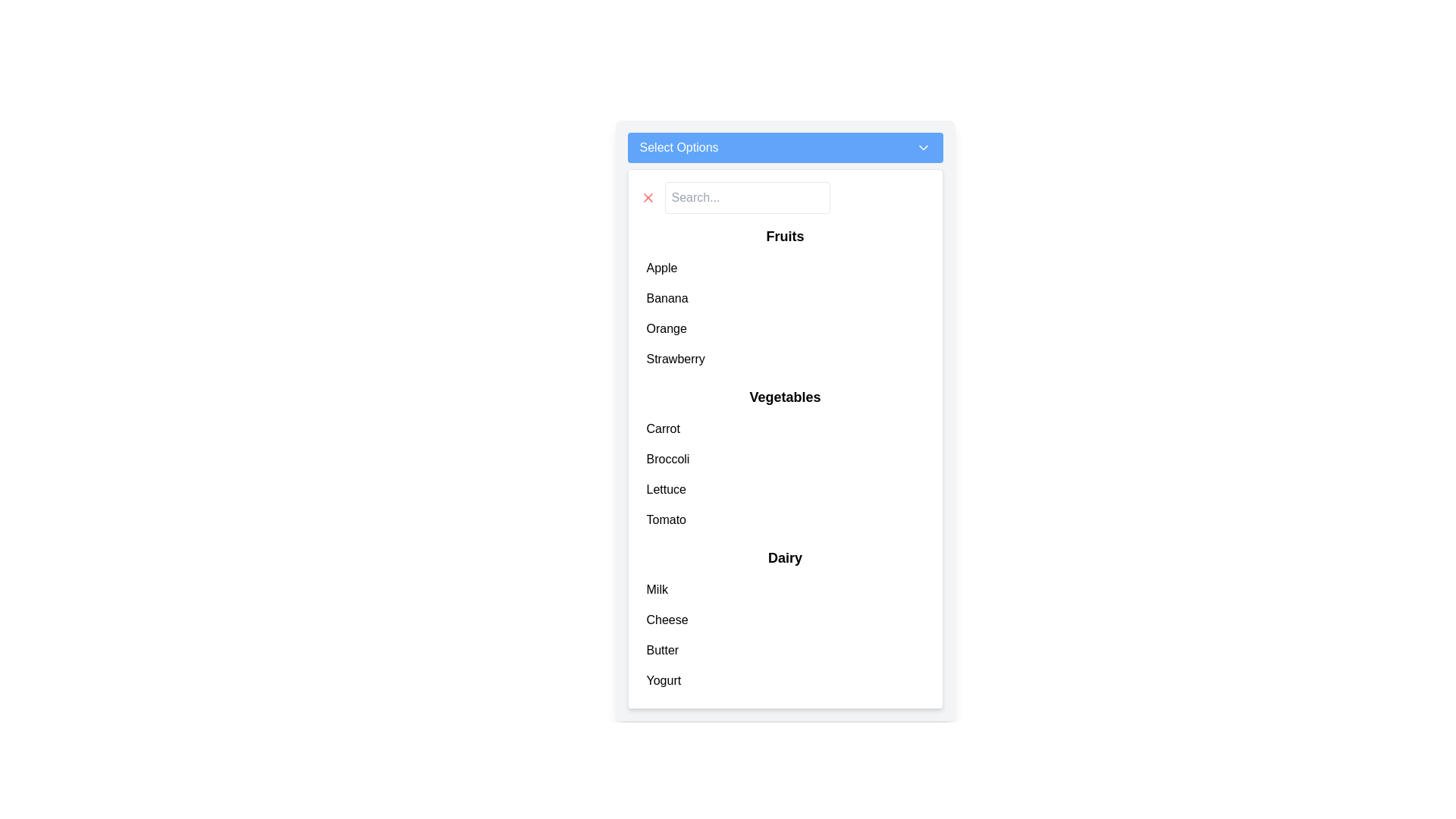  What do you see at coordinates (662, 649) in the screenshot?
I see `the 'Butter' text label in the dropdown menu under the 'Dairy' category, which is the third item listed` at bounding box center [662, 649].